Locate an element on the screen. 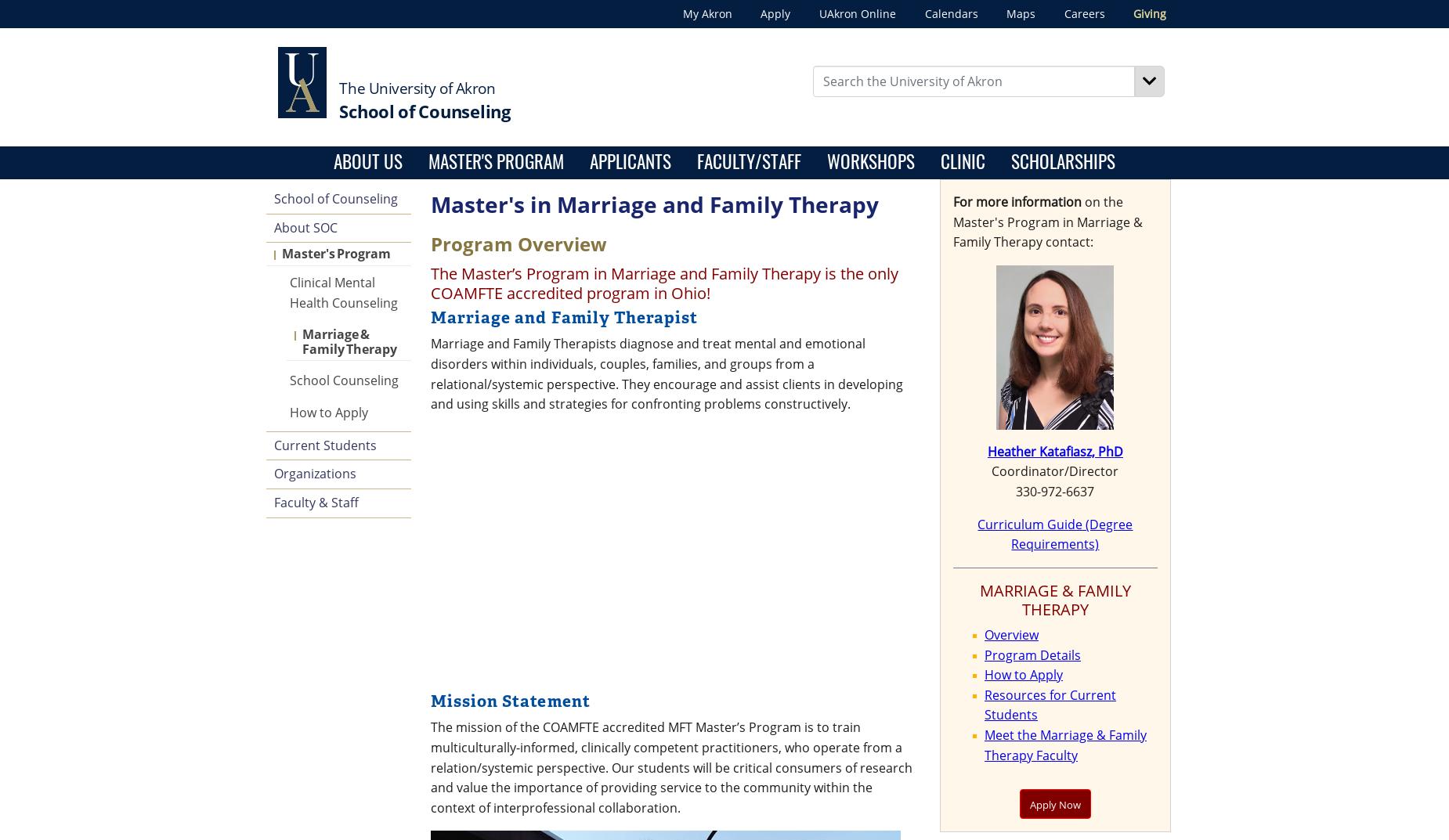  'For the didactic portion of the program, there are three fully online classes. The remaining didactic classes are offered as hybrid, with the courses ranging from 30-70% in person and the remaining online content offered through The University of Akron learning management system, Brightspace. The online content is delivered as narrated lectures, pptx, readings, supplementary materials, and activities, such as discussion boards, quizzes, and reflection papers. The decision to offer courses either online, hybrid, or in person was based on the specific content of the courses and the best teaching practices associated with that content.' is located at coordinates (686, 344).